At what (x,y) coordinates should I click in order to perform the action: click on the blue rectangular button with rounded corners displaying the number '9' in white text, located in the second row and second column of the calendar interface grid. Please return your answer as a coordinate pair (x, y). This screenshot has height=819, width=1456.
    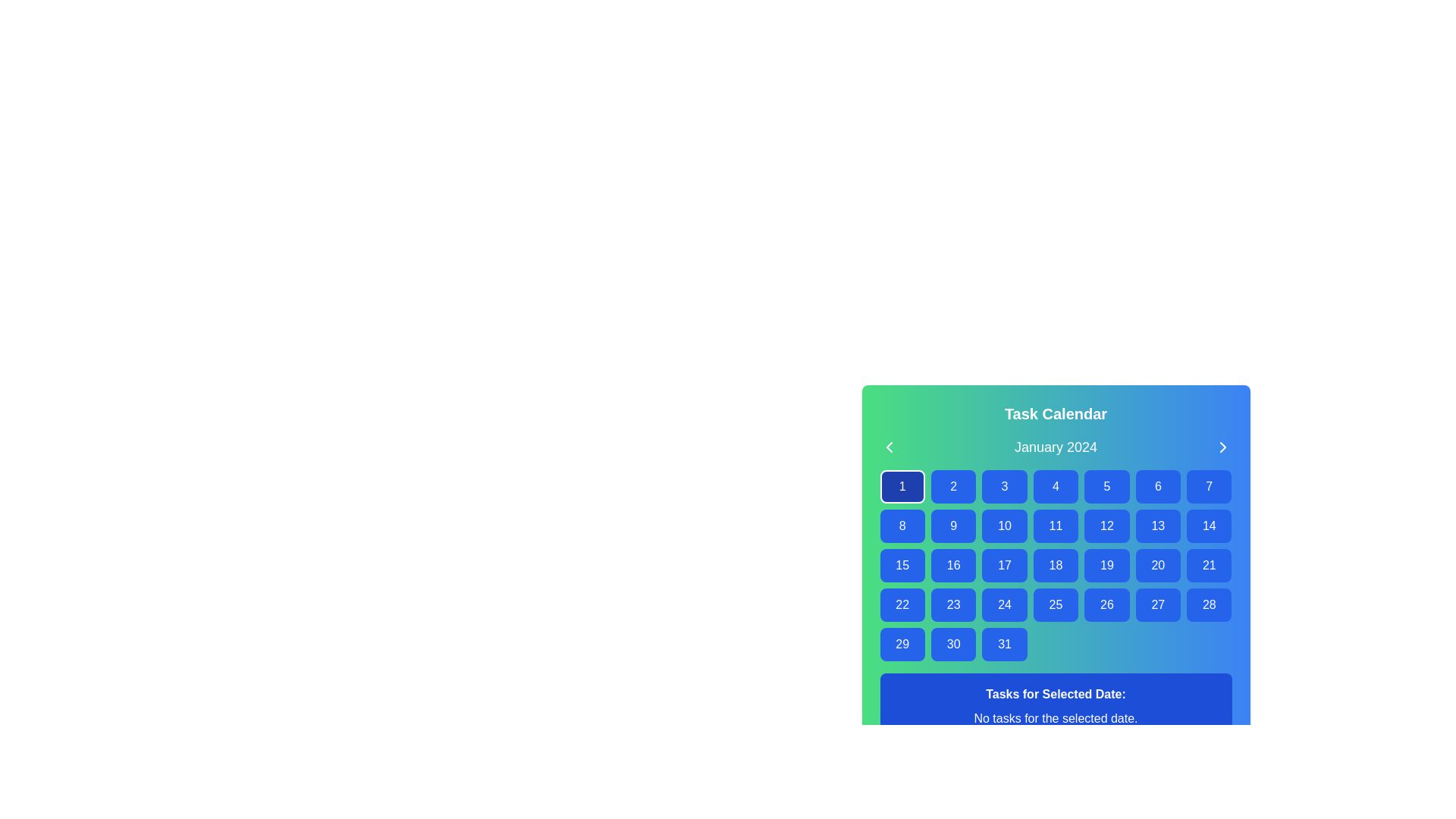
    Looking at the image, I should click on (952, 526).